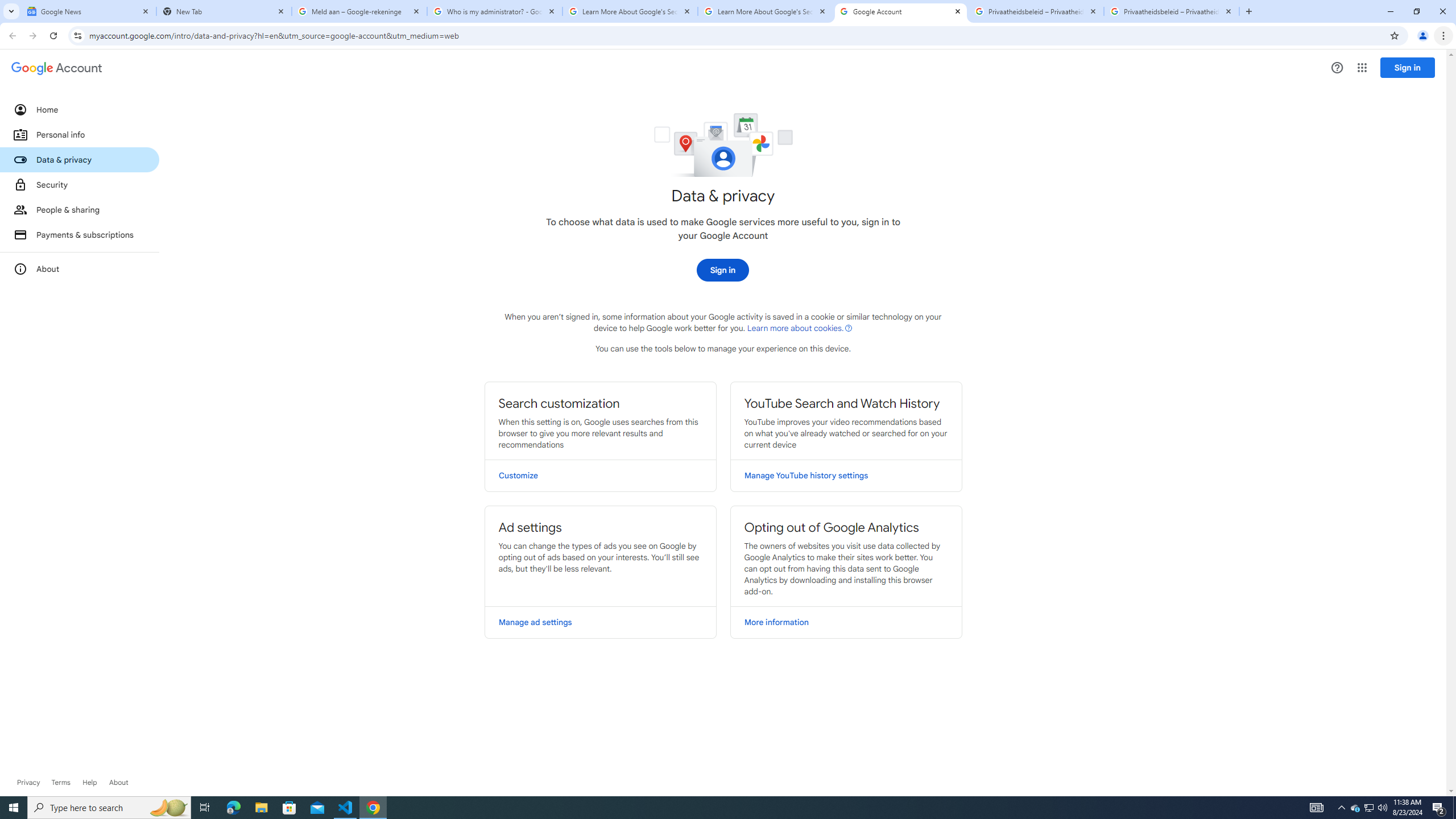  I want to click on 'Security', so click(78, 184).